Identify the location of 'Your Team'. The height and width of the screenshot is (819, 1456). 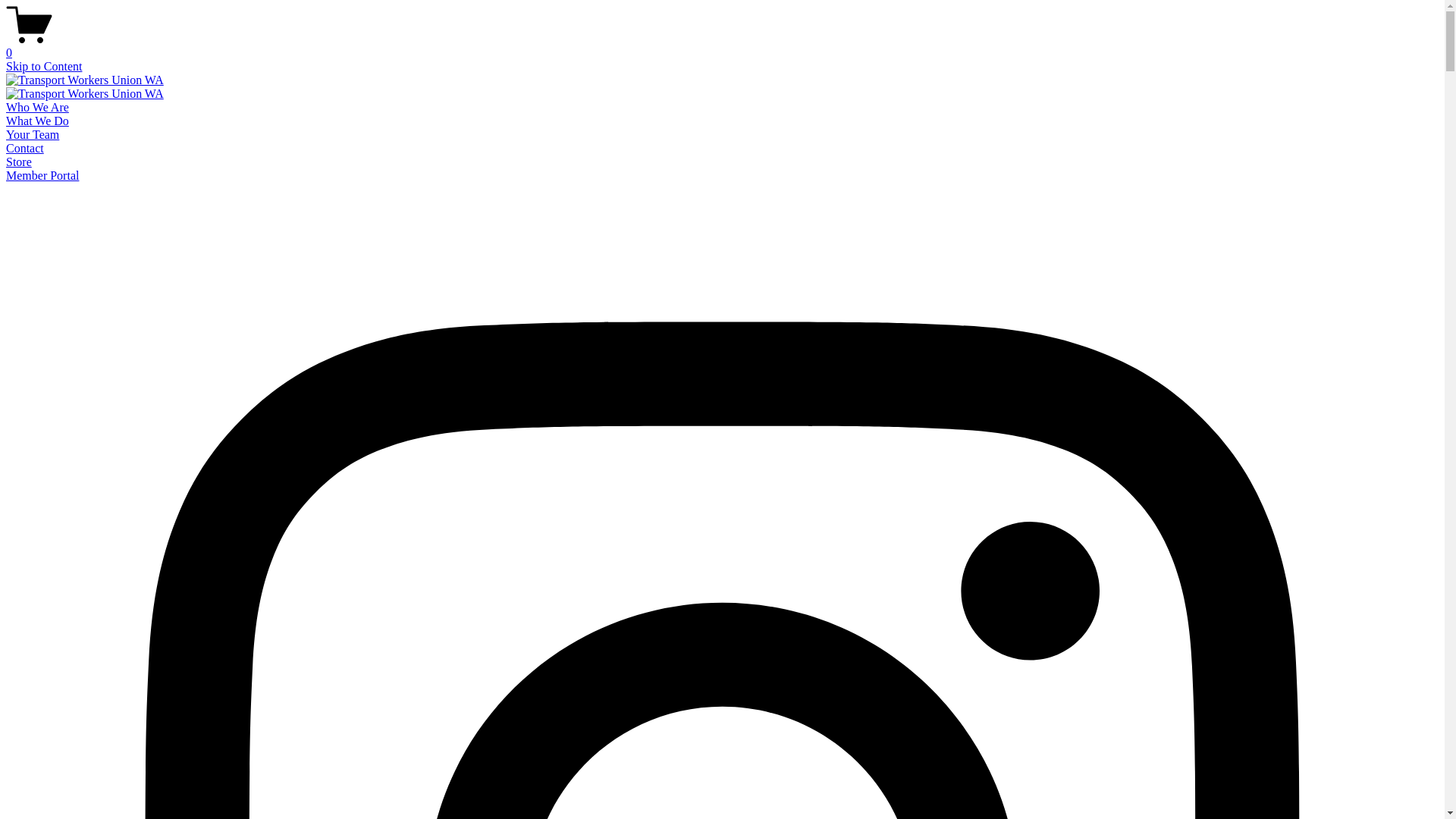
(33, 133).